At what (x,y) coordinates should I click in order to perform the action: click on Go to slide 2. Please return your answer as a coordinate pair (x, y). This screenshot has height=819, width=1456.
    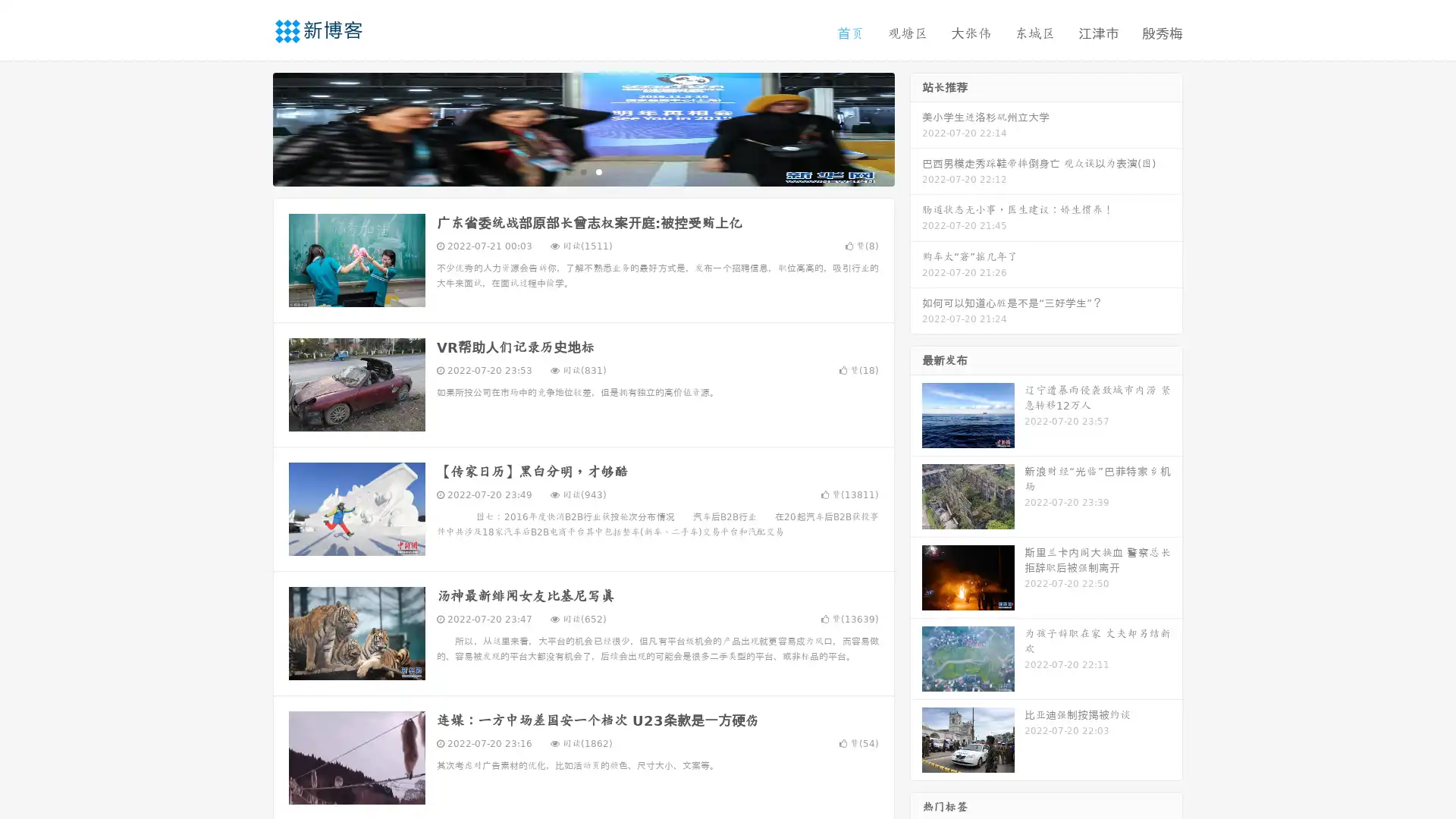
    Looking at the image, I should click on (582, 171).